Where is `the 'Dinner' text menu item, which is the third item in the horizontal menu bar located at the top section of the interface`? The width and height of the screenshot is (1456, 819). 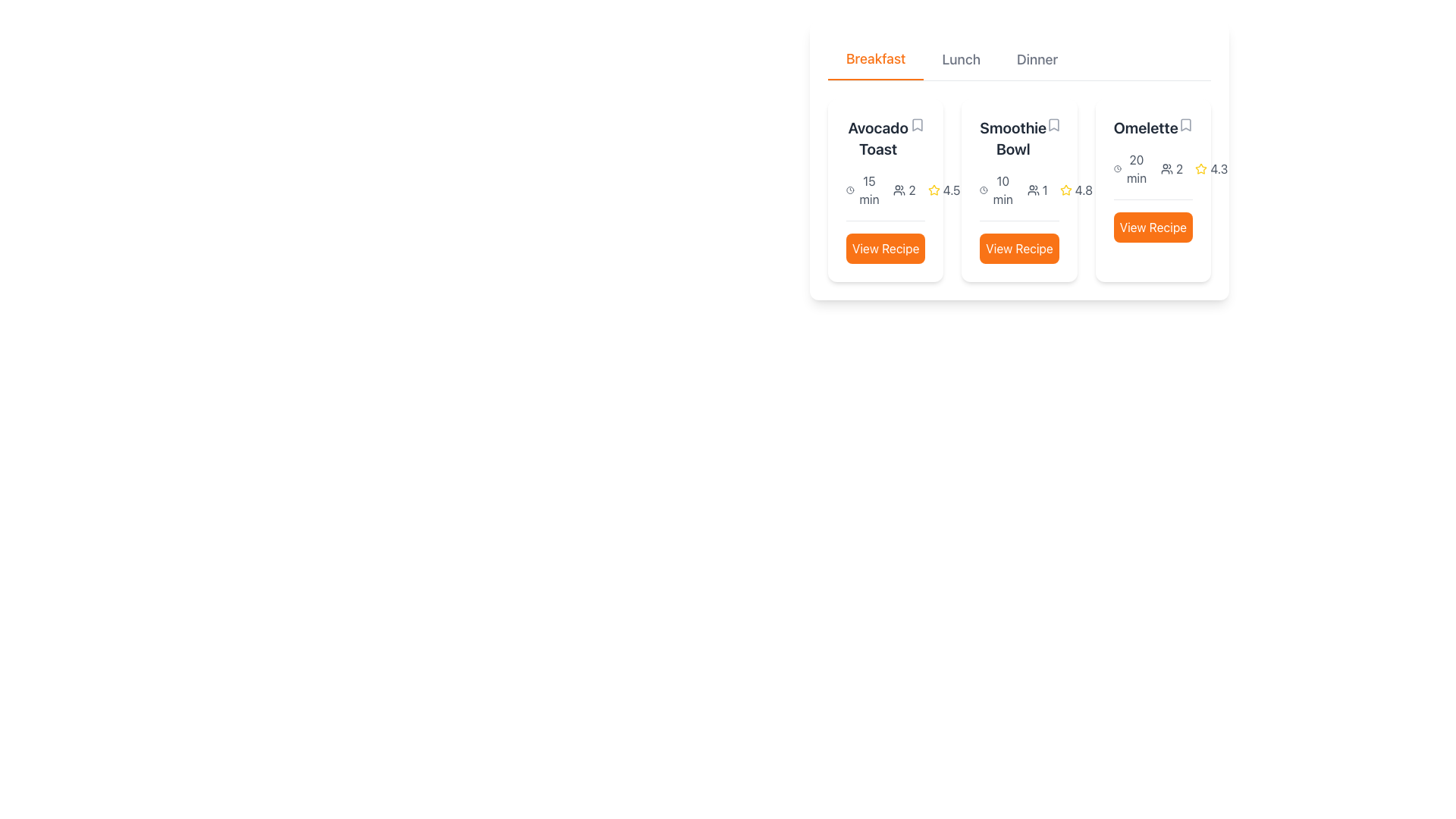 the 'Dinner' text menu item, which is the third item in the horizontal menu bar located at the top section of the interface is located at coordinates (1037, 58).